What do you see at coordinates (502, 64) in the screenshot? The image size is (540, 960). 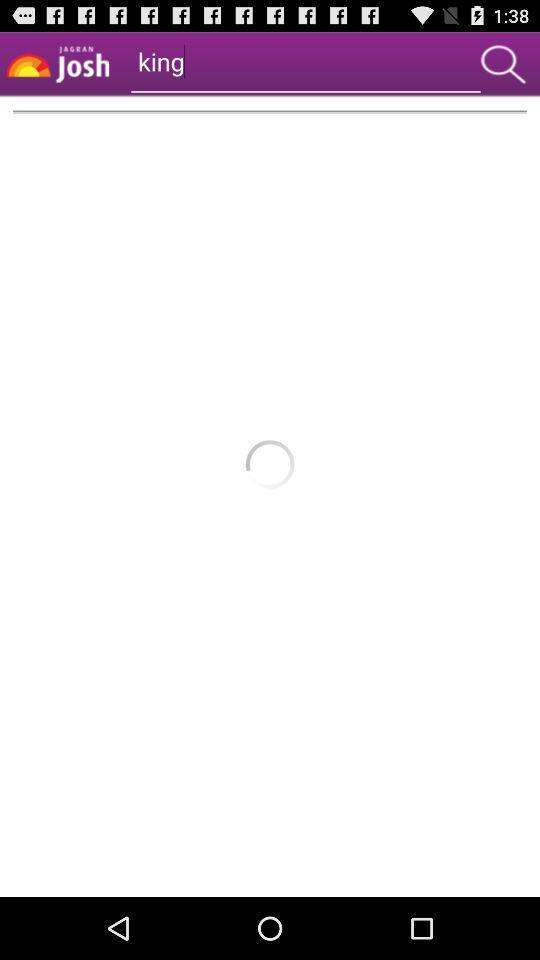 I see `search keyword` at bounding box center [502, 64].